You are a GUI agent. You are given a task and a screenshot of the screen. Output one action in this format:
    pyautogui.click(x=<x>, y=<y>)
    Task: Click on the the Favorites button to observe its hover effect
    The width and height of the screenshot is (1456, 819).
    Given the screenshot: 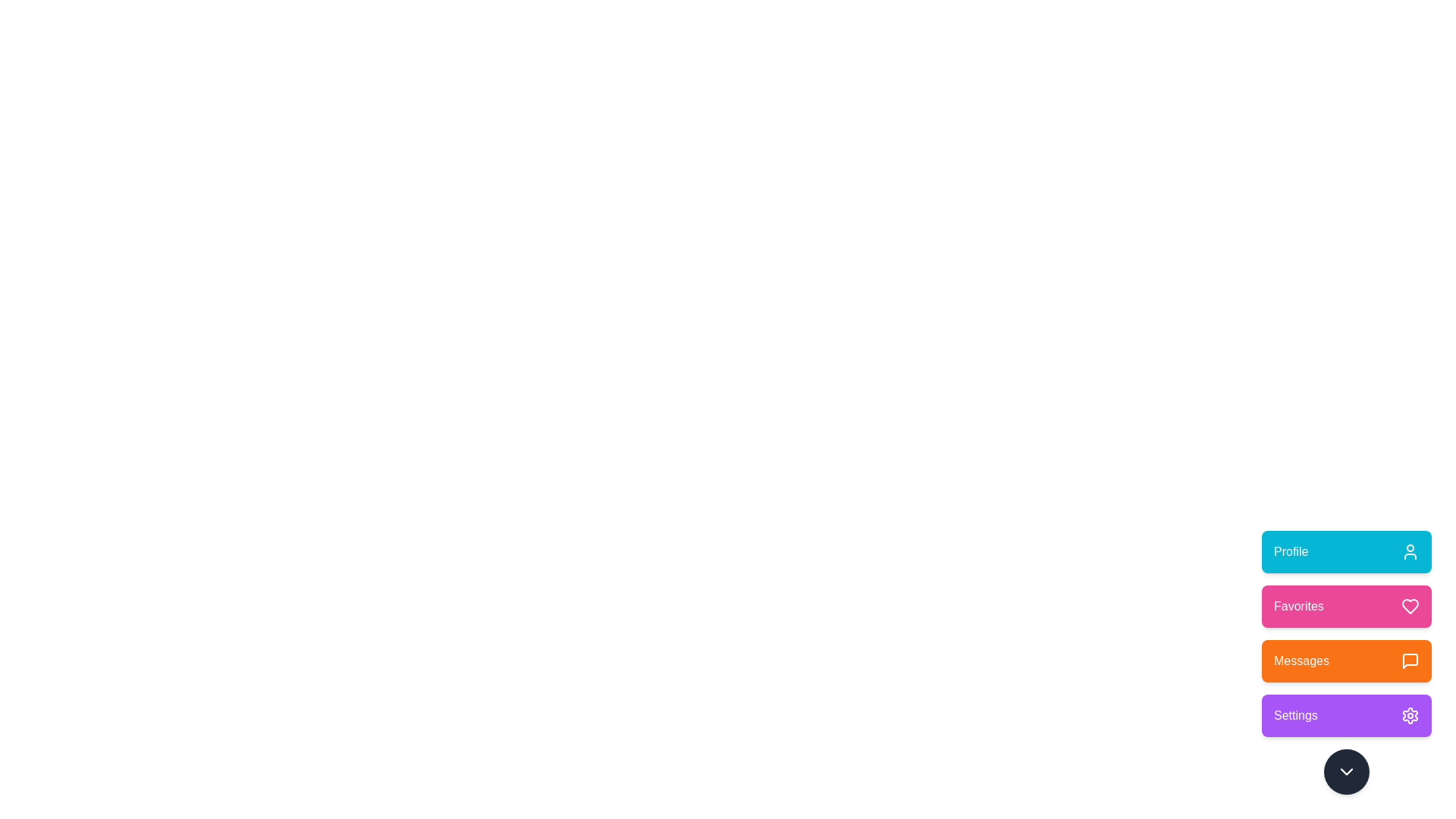 What is the action you would take?
    pyautogui.click(x=1347, y=605)
    